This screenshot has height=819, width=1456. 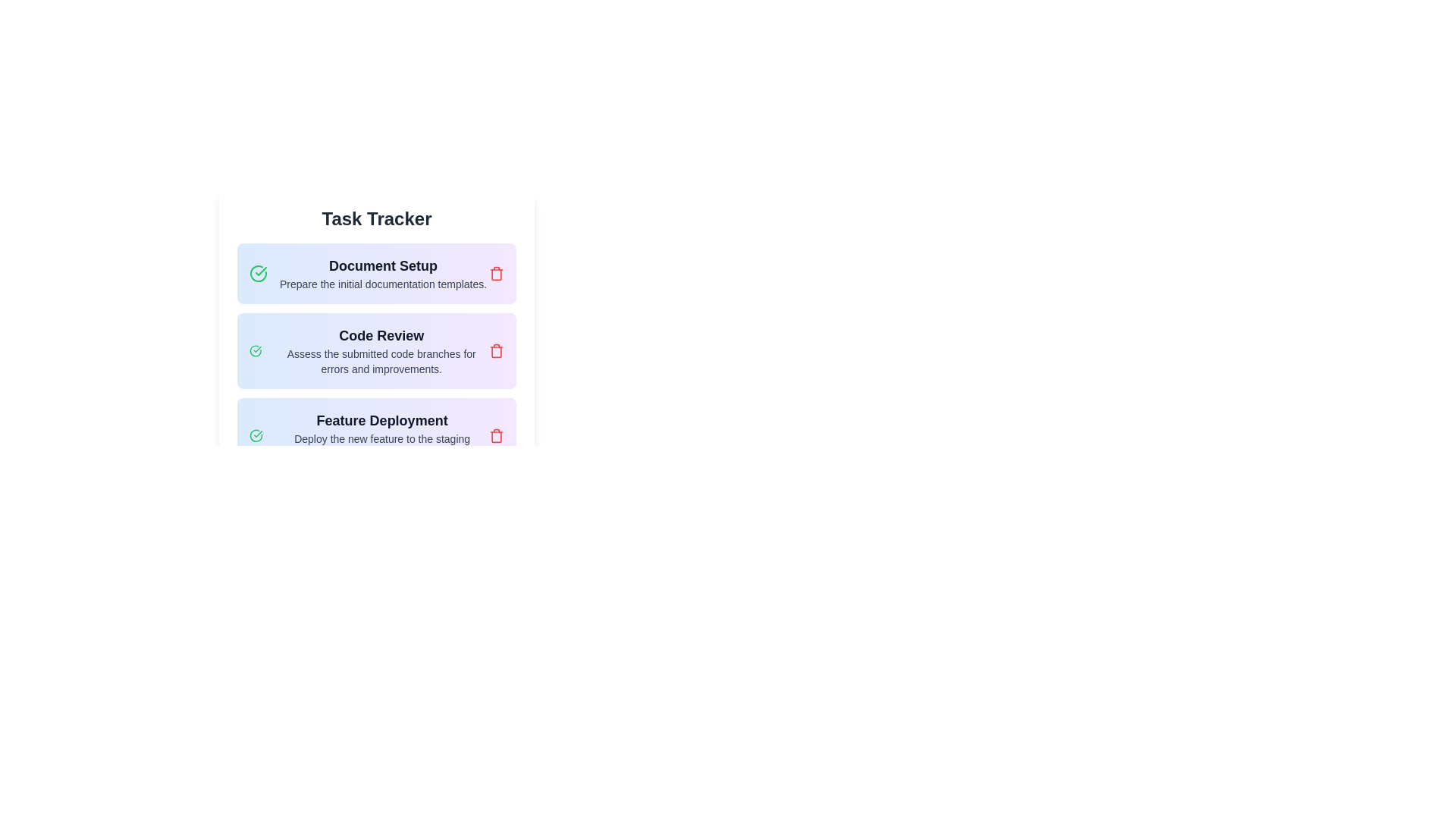 I want to click on the checkmark icon on the 'Code Review' task item to indicate its completion in the task management interface, so click(x=377, y=359).